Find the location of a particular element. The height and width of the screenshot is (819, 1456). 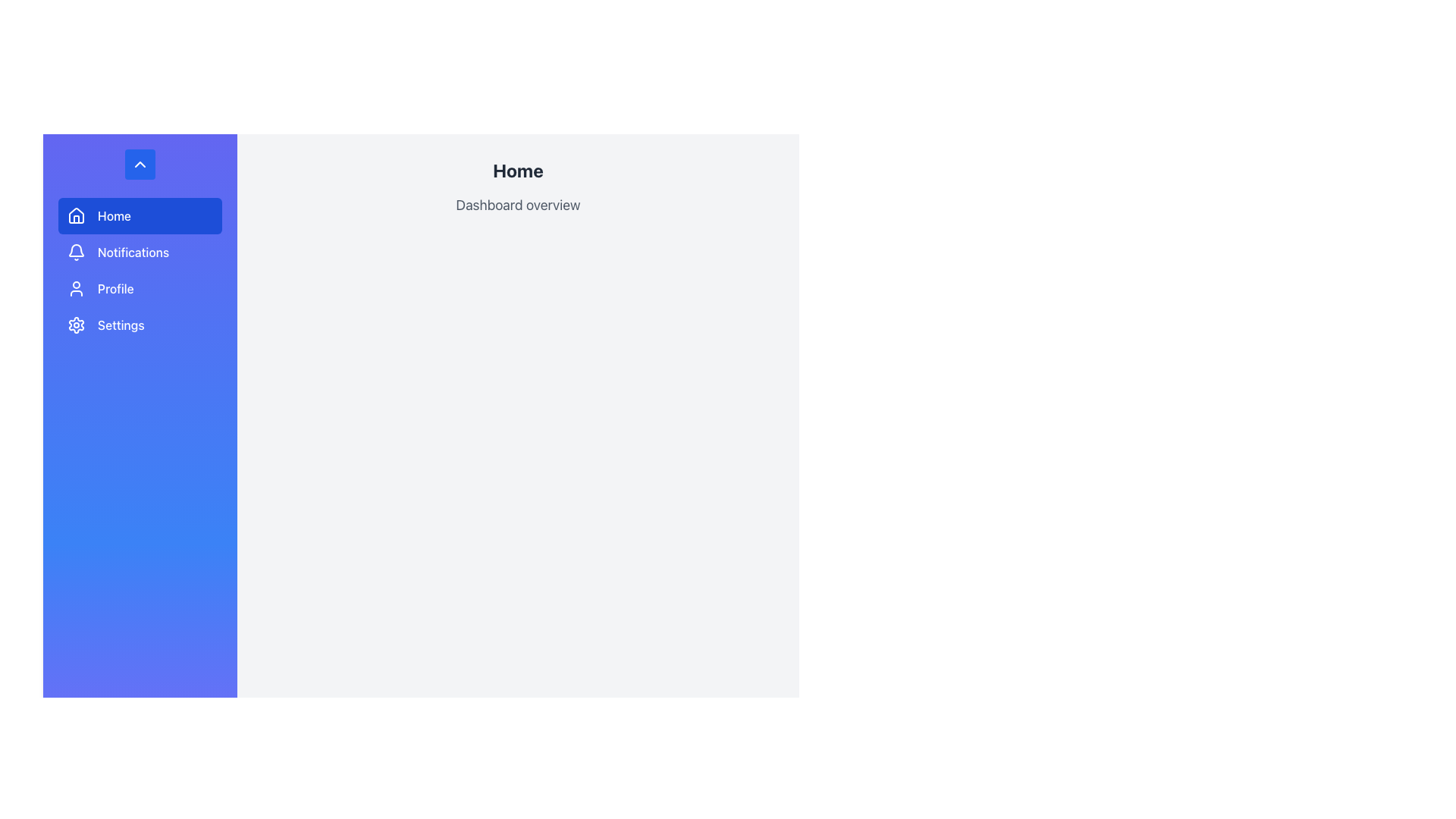

the navigation button located second from the top in the vertical list of options in the left sidebar is located at coordinates (140, 251).